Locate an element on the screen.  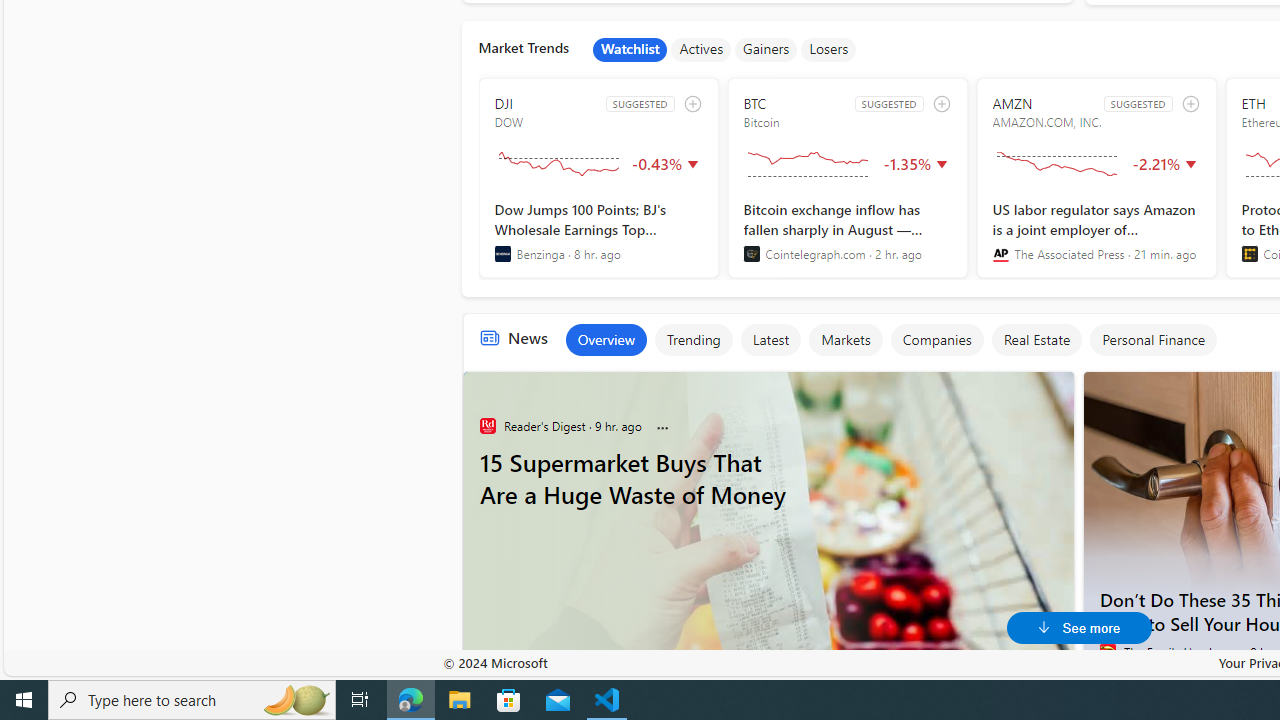
'The Associated Press' is located at coordinates (1000, 253).